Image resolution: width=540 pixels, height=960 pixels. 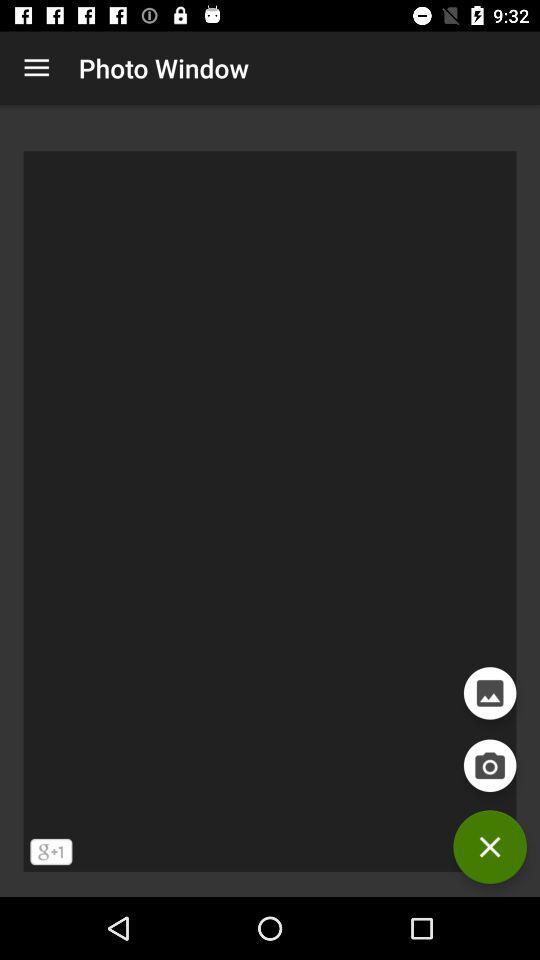 What do you see at coordinates (489, 764) in the screenshot?
I see `the photo icon` at bounding box center [489, 764].